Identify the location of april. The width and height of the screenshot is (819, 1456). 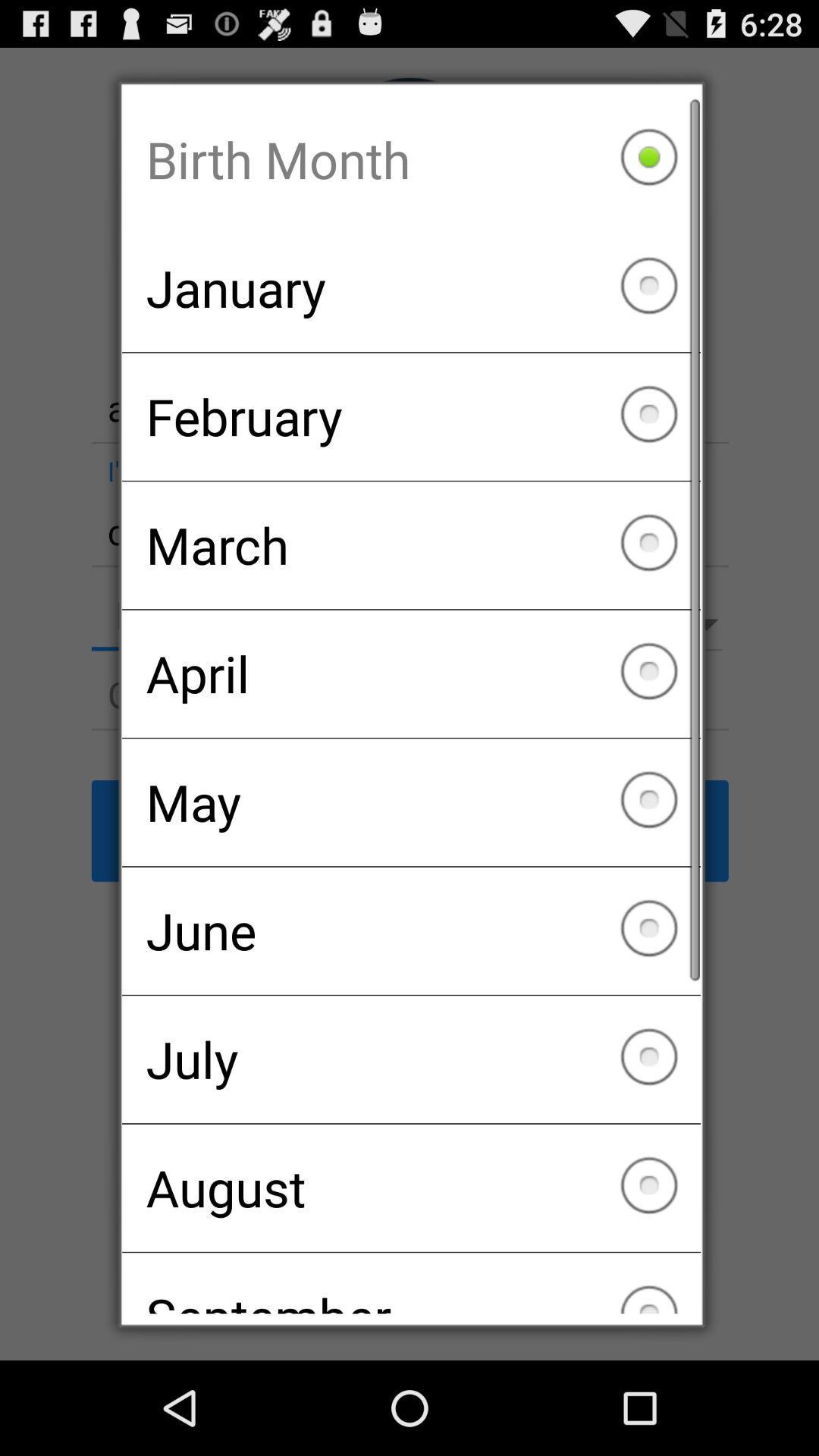
(411, 673).